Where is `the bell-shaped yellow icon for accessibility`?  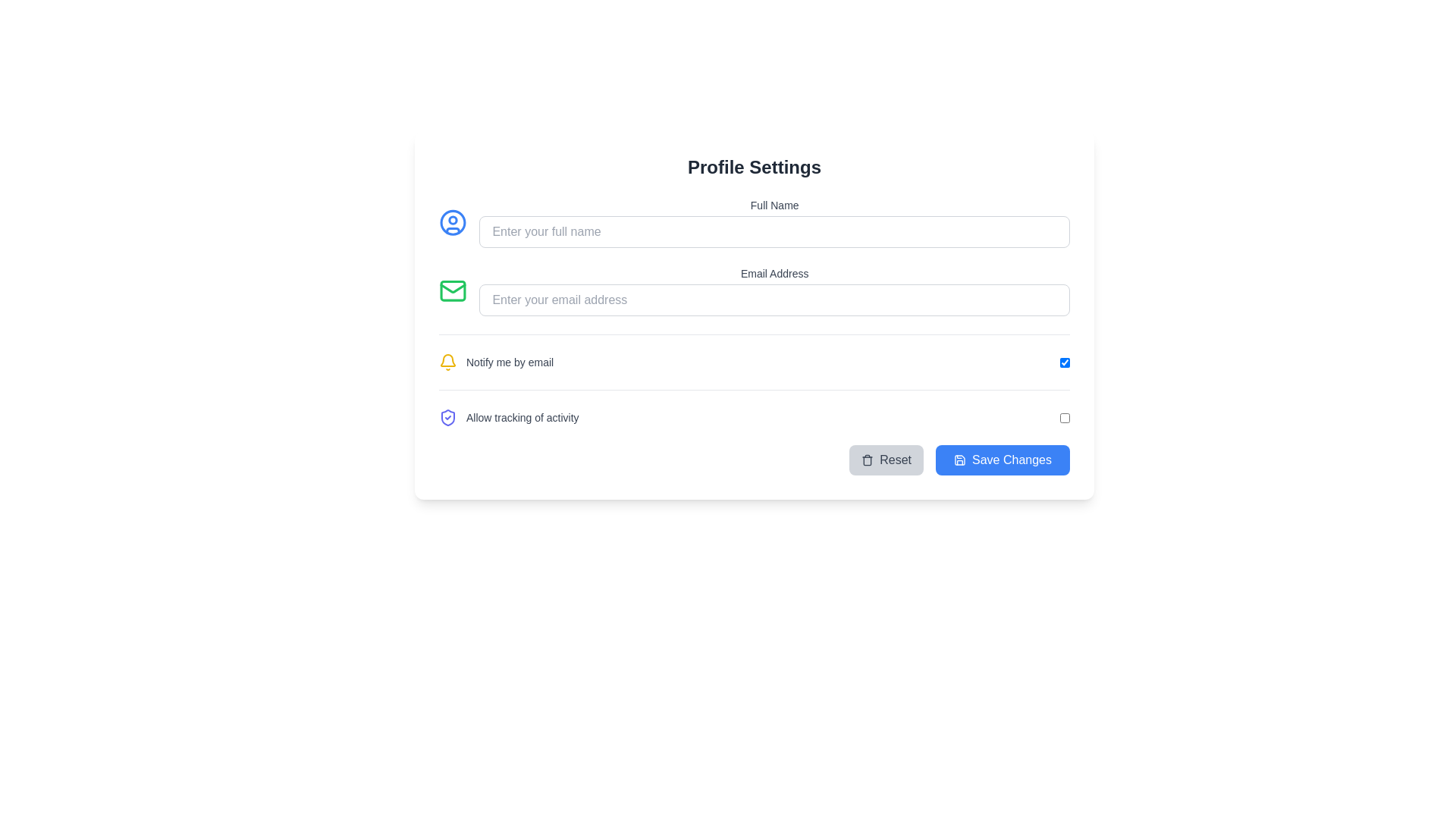 the bell-shaped yellow icon for accessibility is located at coordinates (447, 362).